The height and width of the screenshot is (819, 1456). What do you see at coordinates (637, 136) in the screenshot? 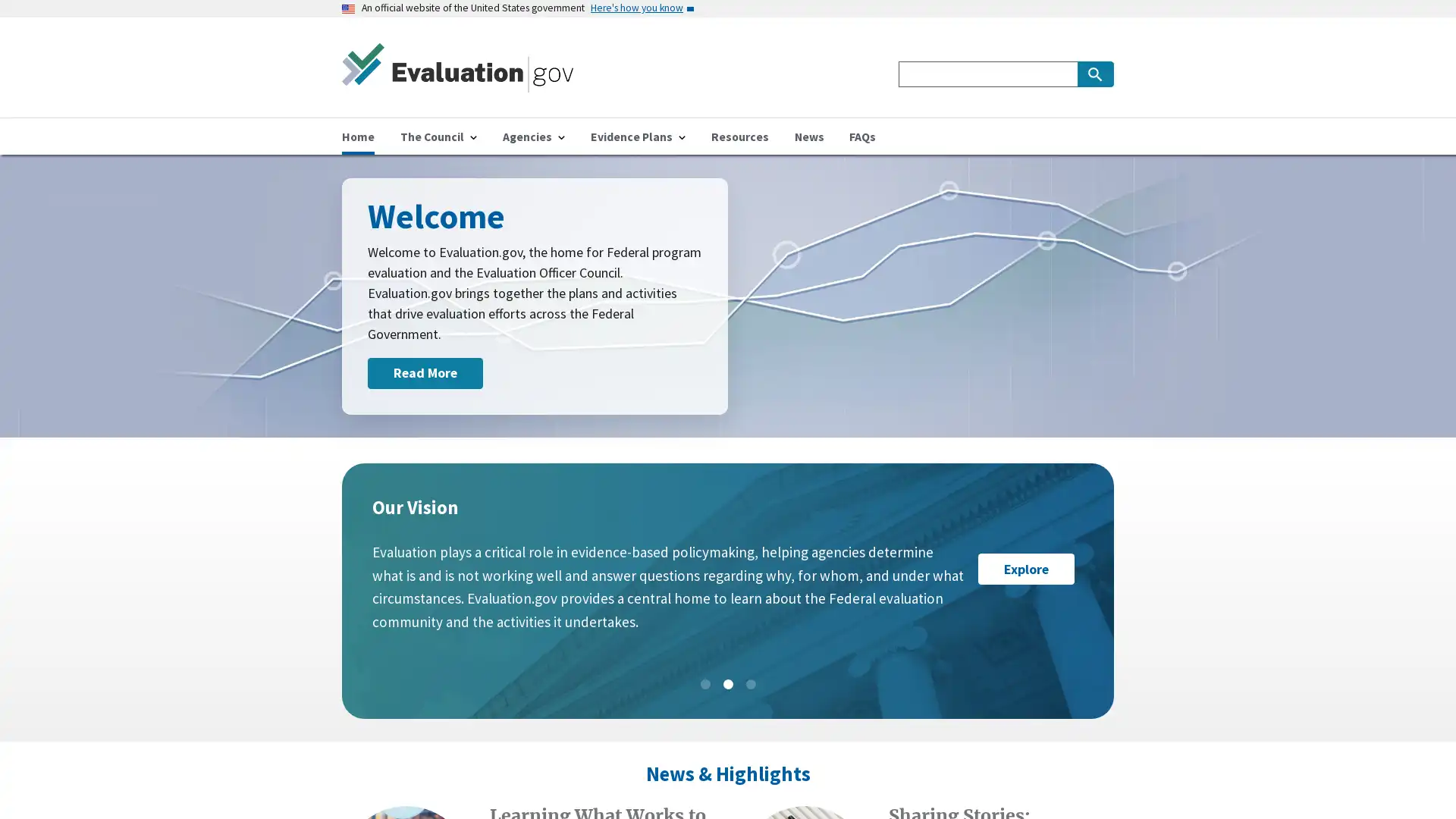
I see `Evidence Plans` at bounding box center [637, 136].